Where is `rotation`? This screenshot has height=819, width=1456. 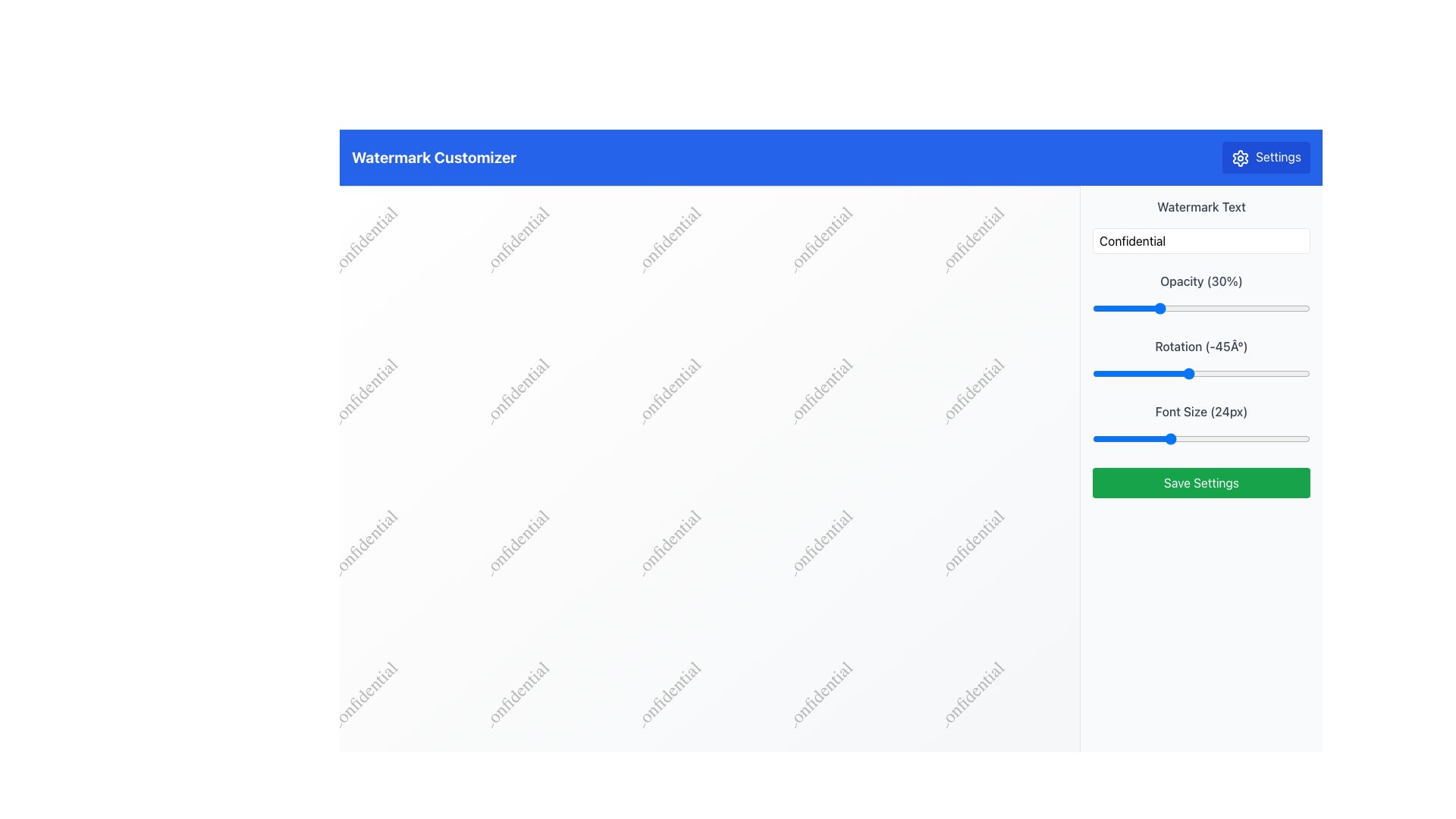 rotation is located at coordinates (1150, 373).